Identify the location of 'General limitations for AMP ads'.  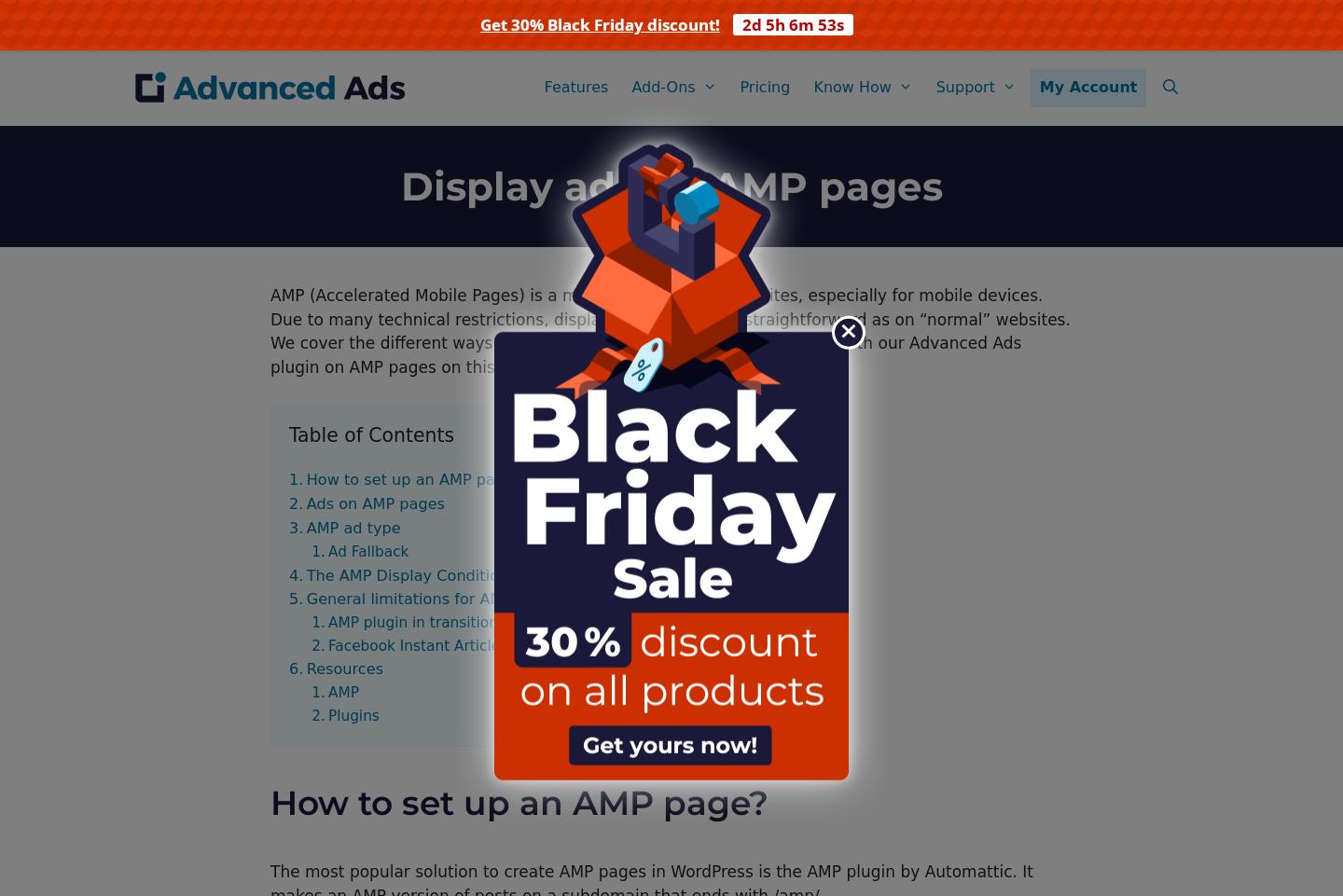
(306, 598).